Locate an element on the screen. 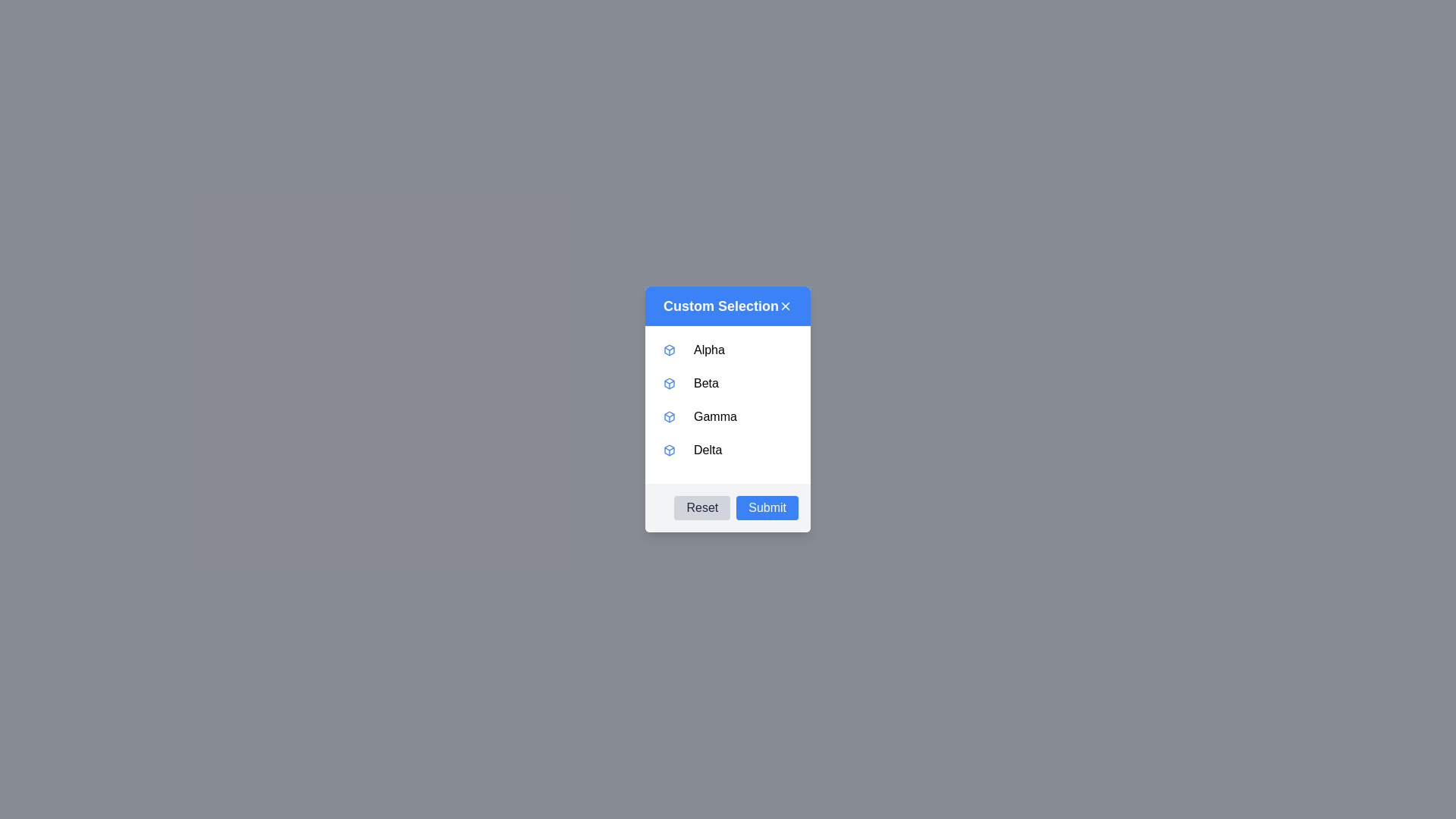 This screenshot has height=819, width=1456. the circular icon button with a blue outline and cube design, located as the first element is located at coordinates (669, 382).